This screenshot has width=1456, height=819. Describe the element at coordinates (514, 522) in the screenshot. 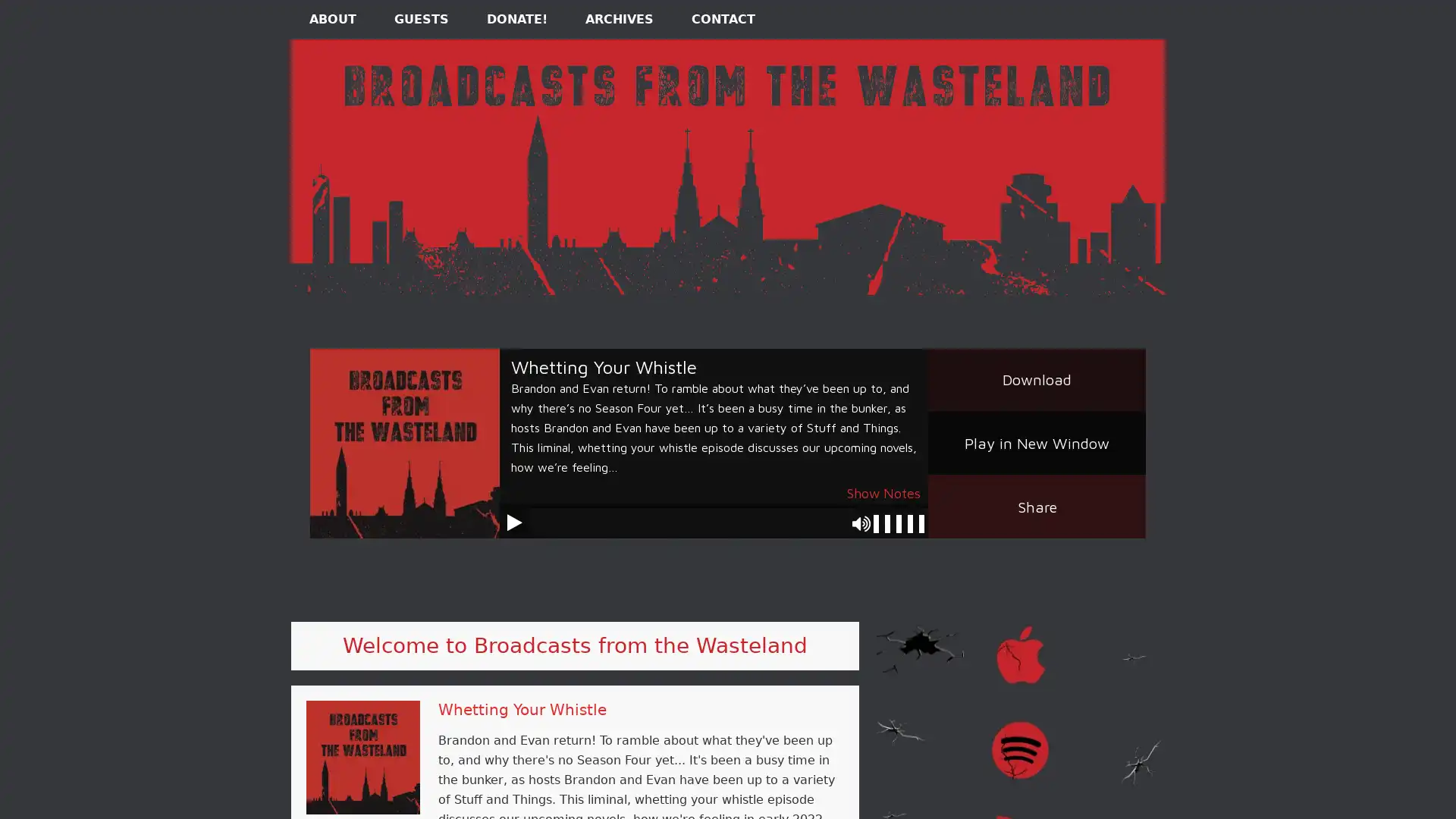

I see `Play` at that location.